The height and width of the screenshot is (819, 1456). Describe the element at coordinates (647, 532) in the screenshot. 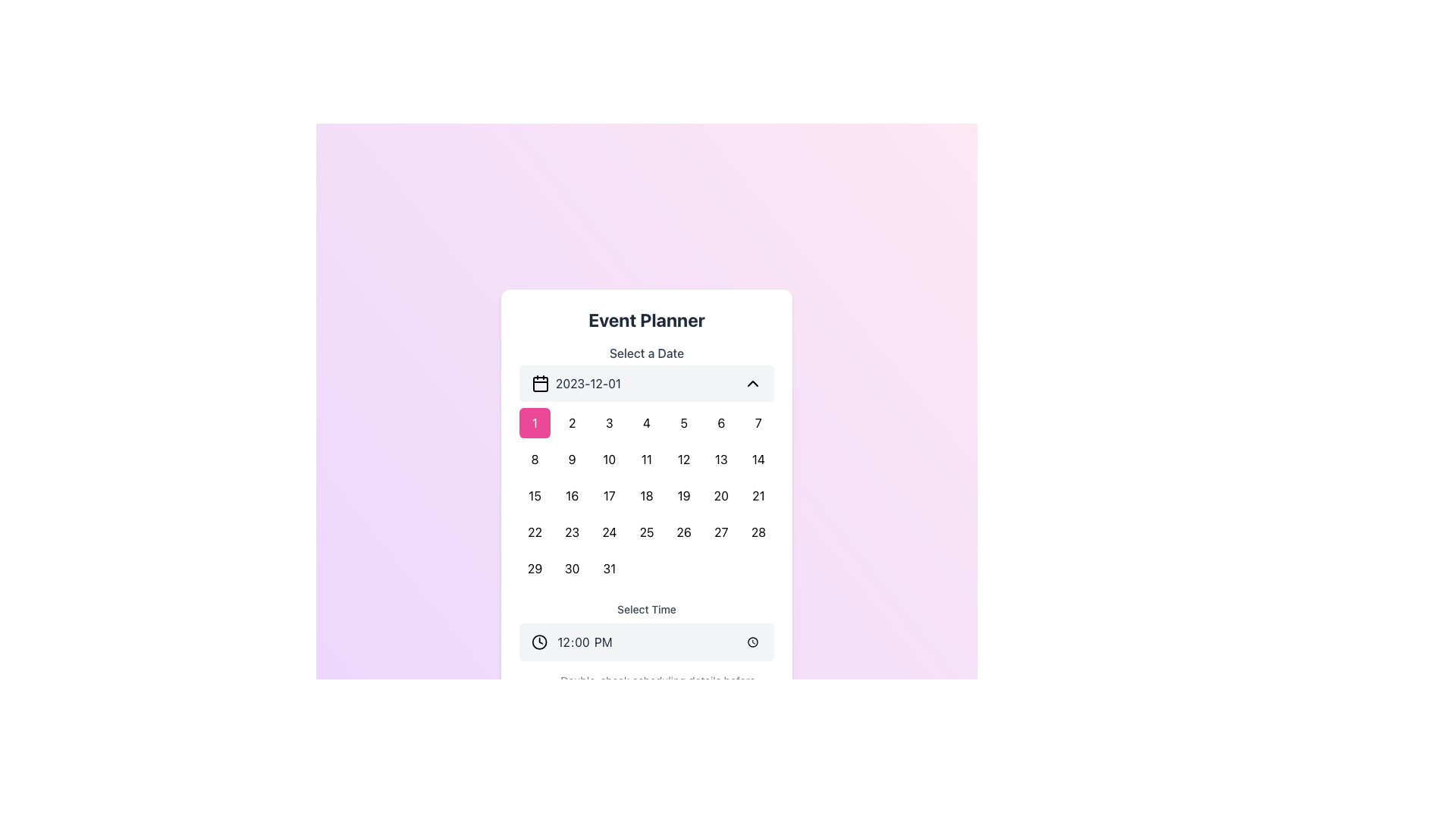

I see `the rounded rectangular button displaying the number '25' in the calendar grid to change its background color` at that location.